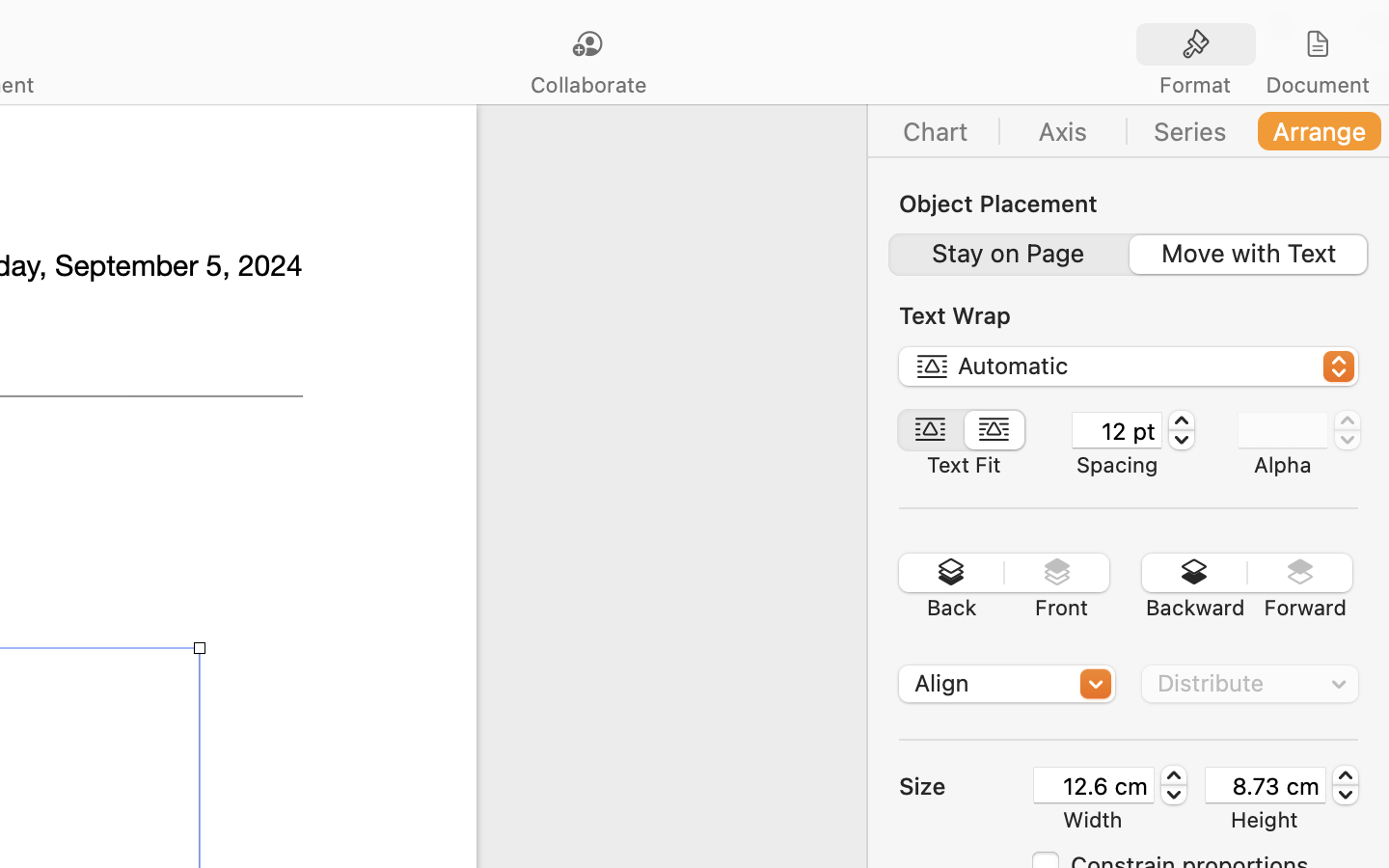 This screenshot has width=1389, height=868. Describe the element at coordinates (1093, 784) in the screenshot. I see `'12.6 cm'` at that location.